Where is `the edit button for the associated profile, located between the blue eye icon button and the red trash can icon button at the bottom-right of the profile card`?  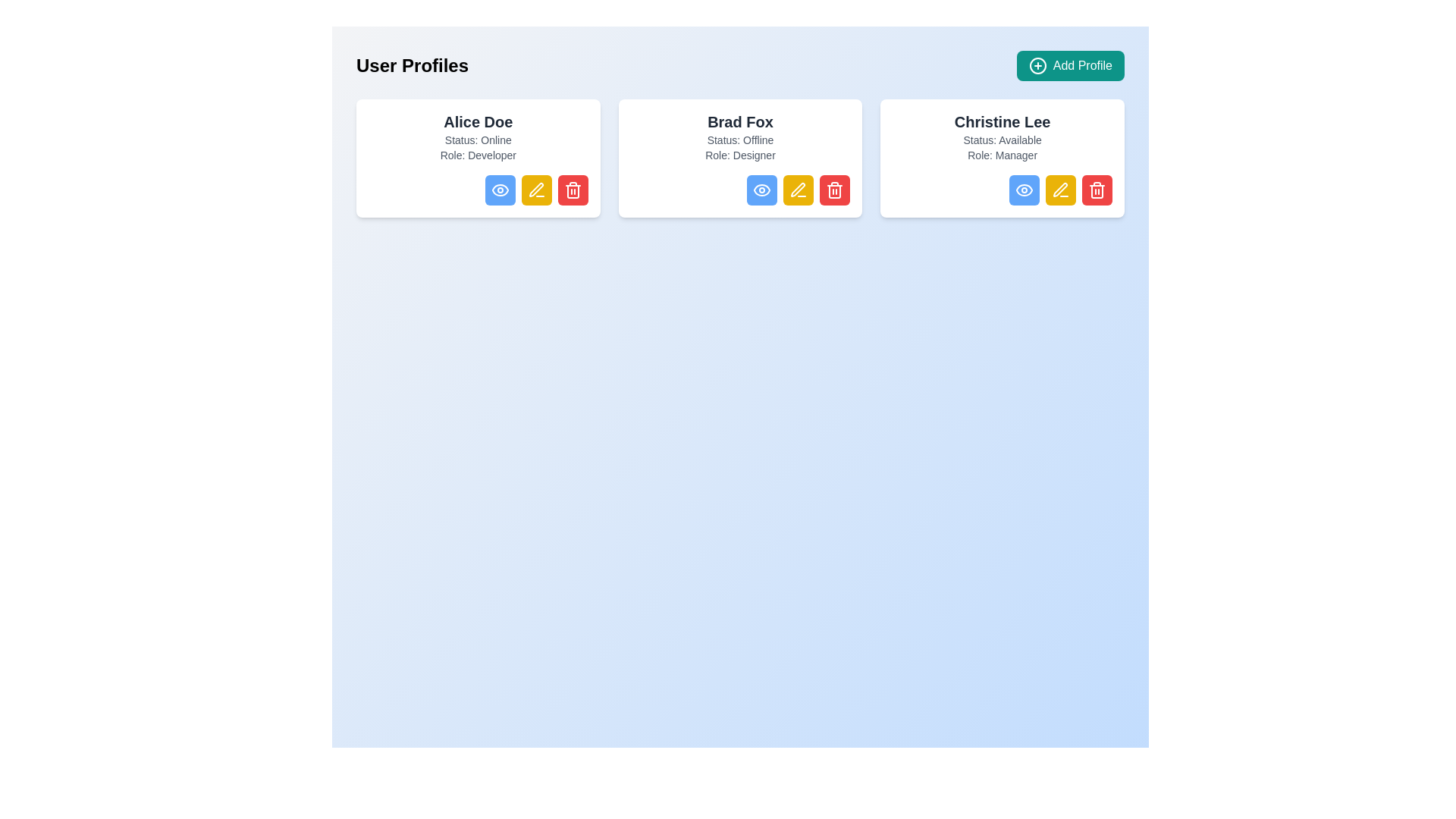 the edit button for the associated profile, located between the blue eye icon button and the red trash can icon button at the bottom-right of the profile card is located at coordinates (1059, 189).